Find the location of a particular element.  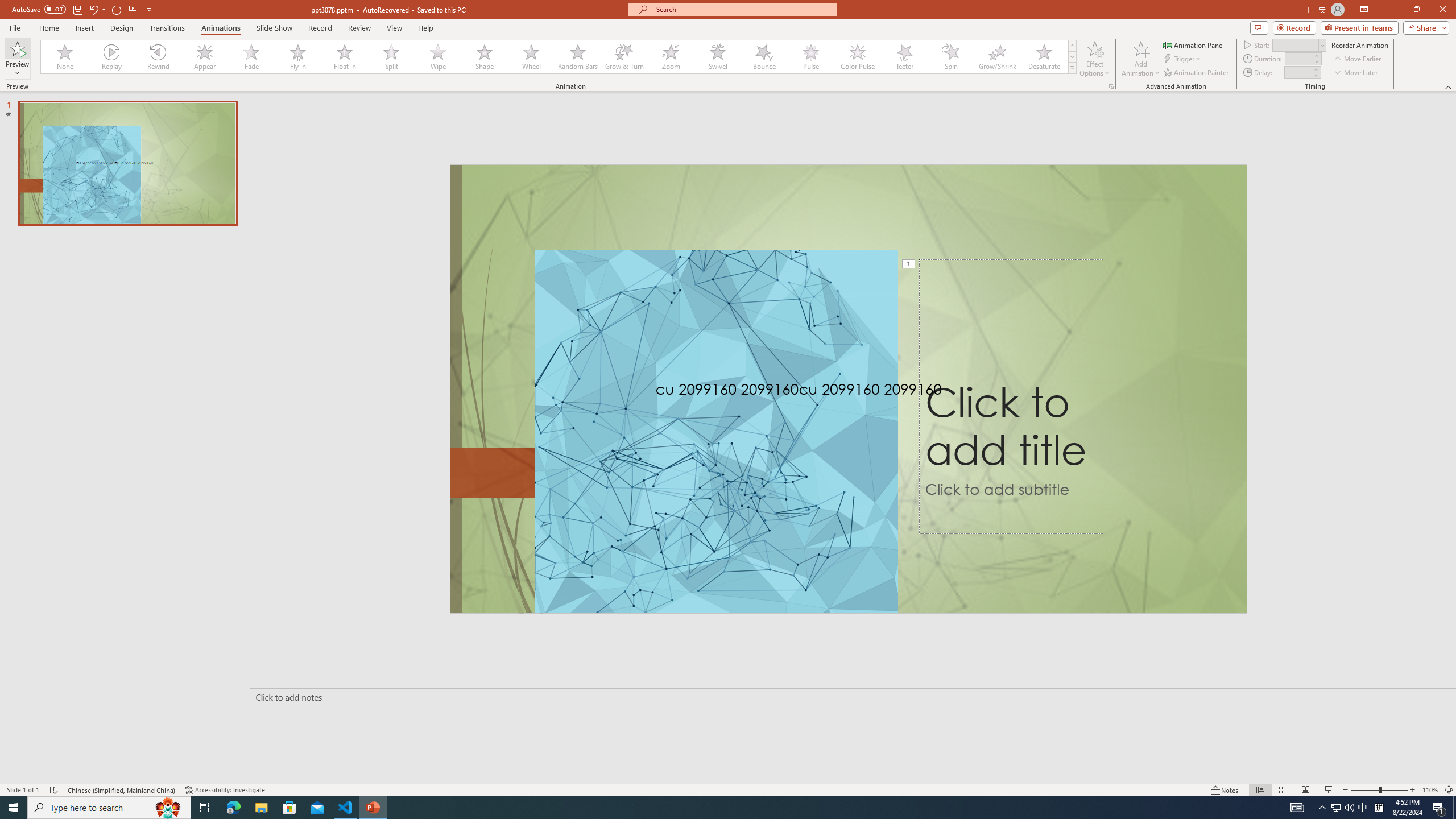

'Desaturate' is located at coordinates (1043, 56).